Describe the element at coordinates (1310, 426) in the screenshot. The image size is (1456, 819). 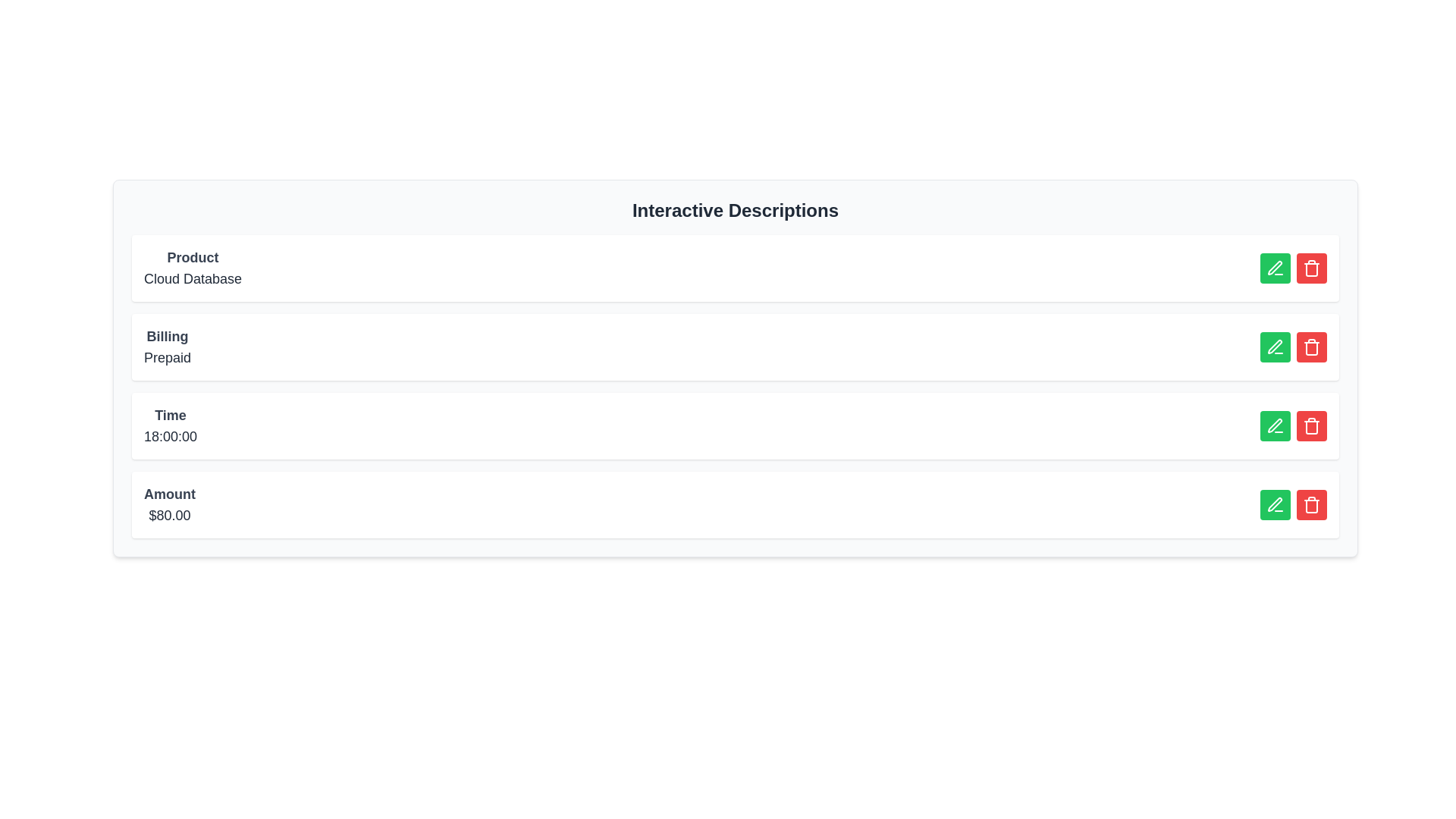
I see `the red button located on the far-right of a pair of buttons` at that location.